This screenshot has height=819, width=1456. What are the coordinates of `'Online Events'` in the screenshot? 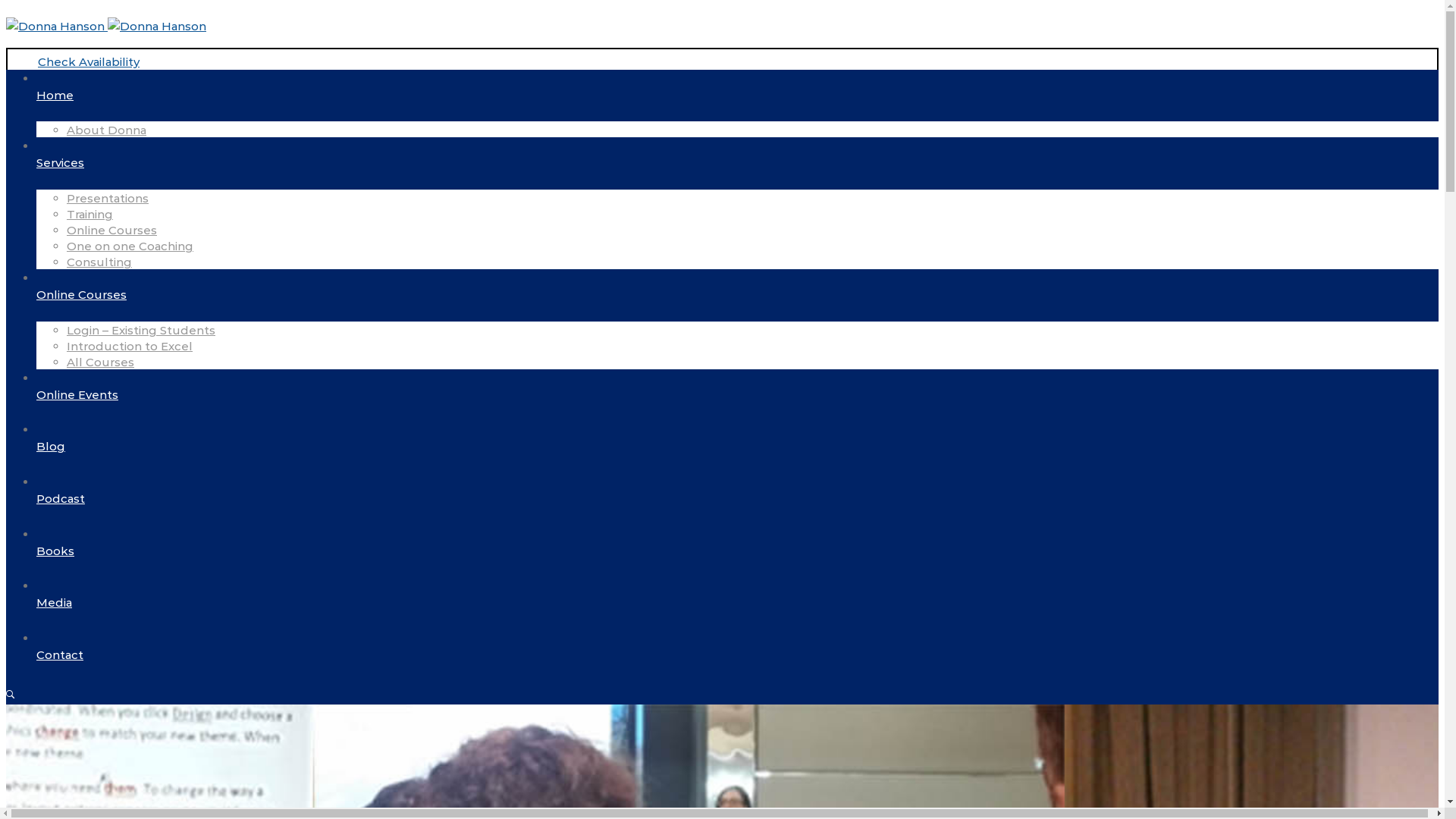 It's located at (737, 394).